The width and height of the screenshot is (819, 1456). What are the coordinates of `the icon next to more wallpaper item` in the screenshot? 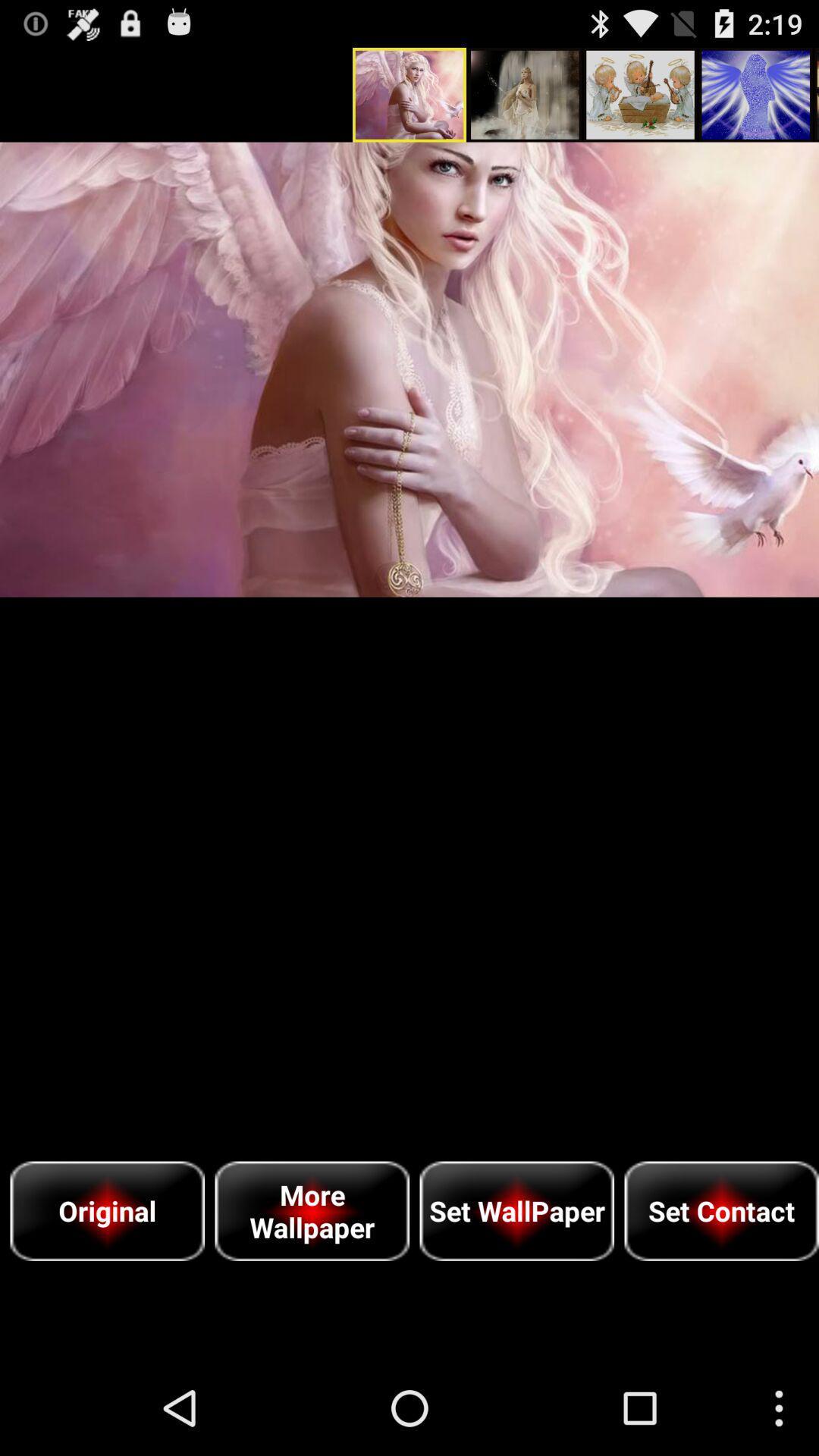 It's located at (106, 1210).